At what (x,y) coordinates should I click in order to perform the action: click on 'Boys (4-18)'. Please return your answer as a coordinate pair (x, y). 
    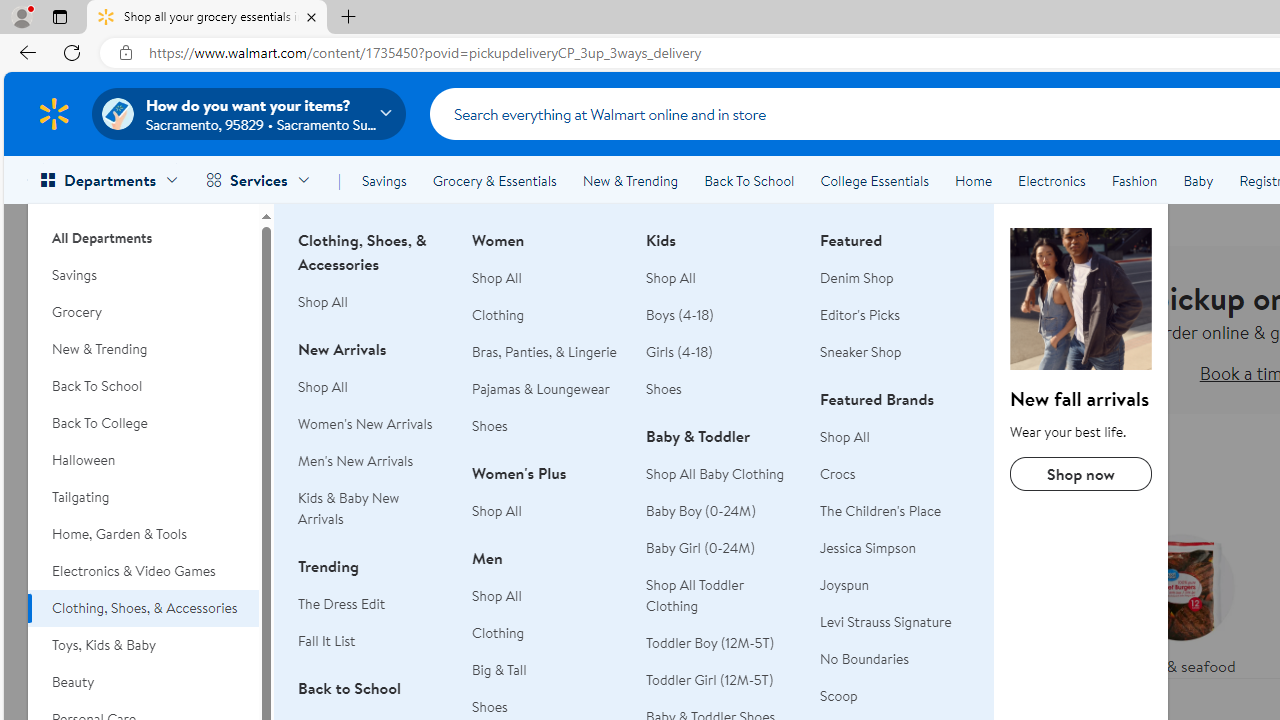
    Looking at the image, I should click on (680, 315).